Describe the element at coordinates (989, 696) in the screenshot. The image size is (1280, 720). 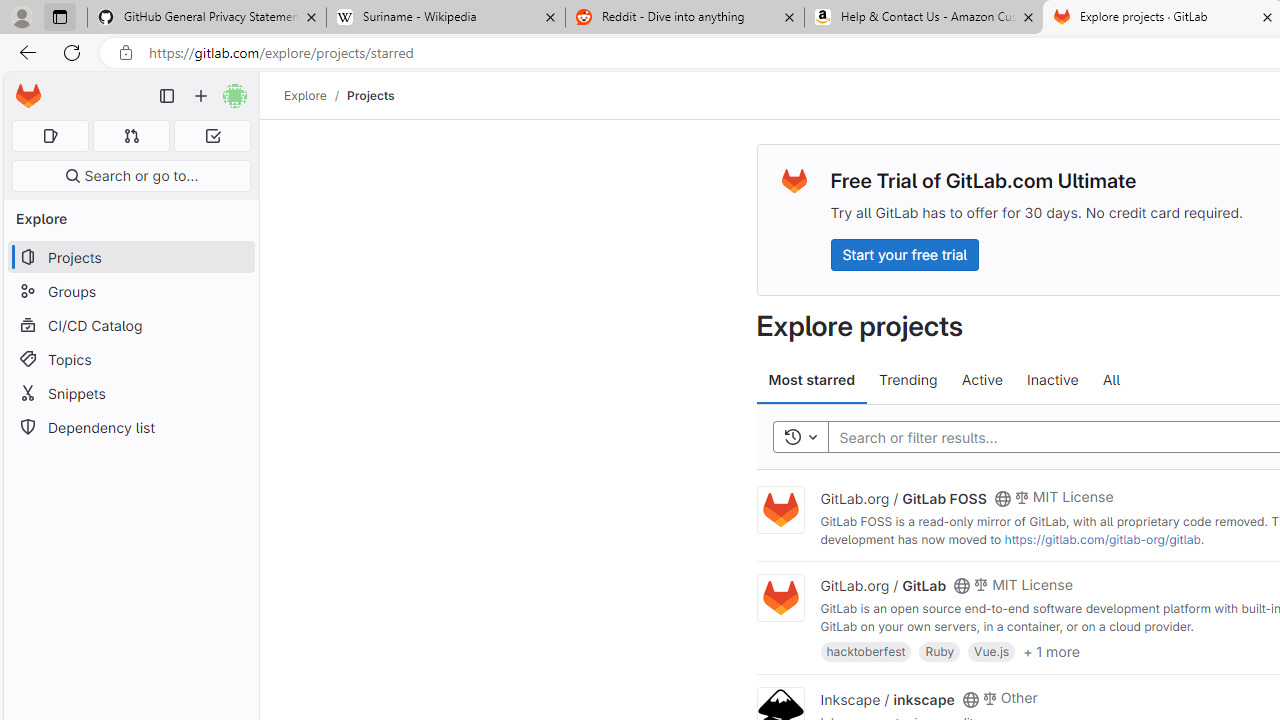
I see `'Class: s14 gl-mr-2'` at that location.